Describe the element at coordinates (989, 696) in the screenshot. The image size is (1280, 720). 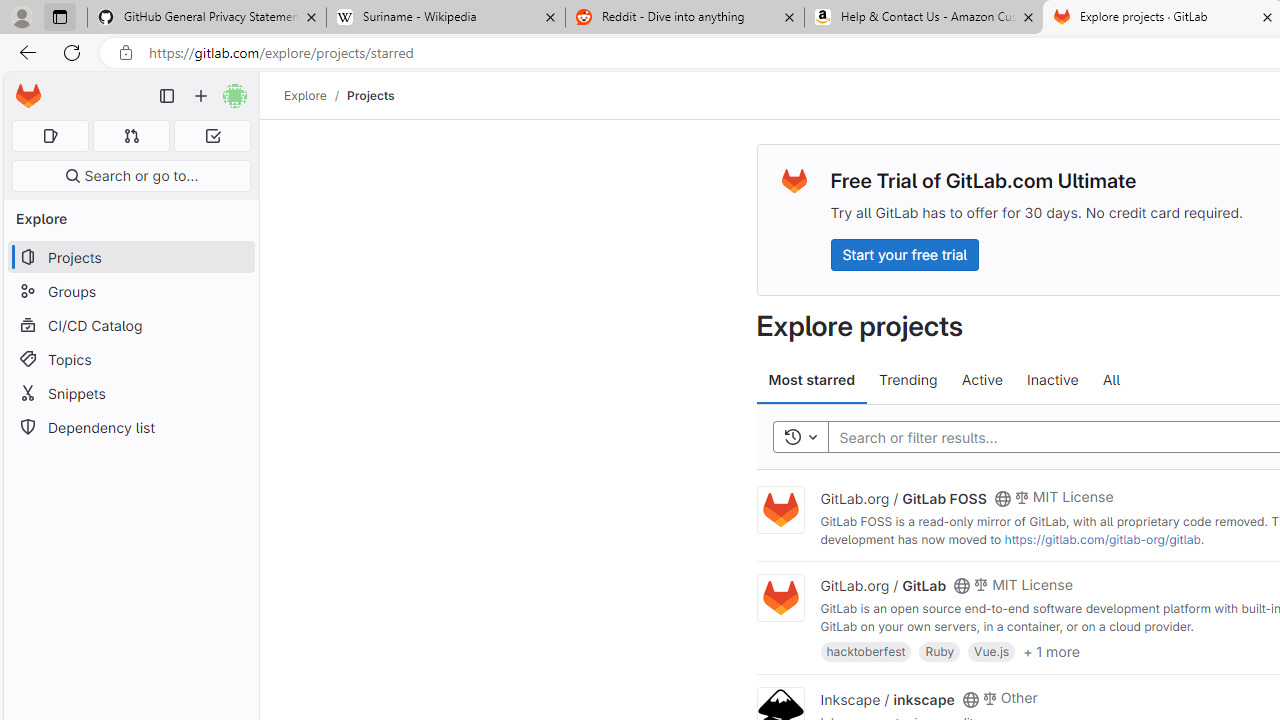
I see `'Class: s14 gl-mr-2'` at that location.